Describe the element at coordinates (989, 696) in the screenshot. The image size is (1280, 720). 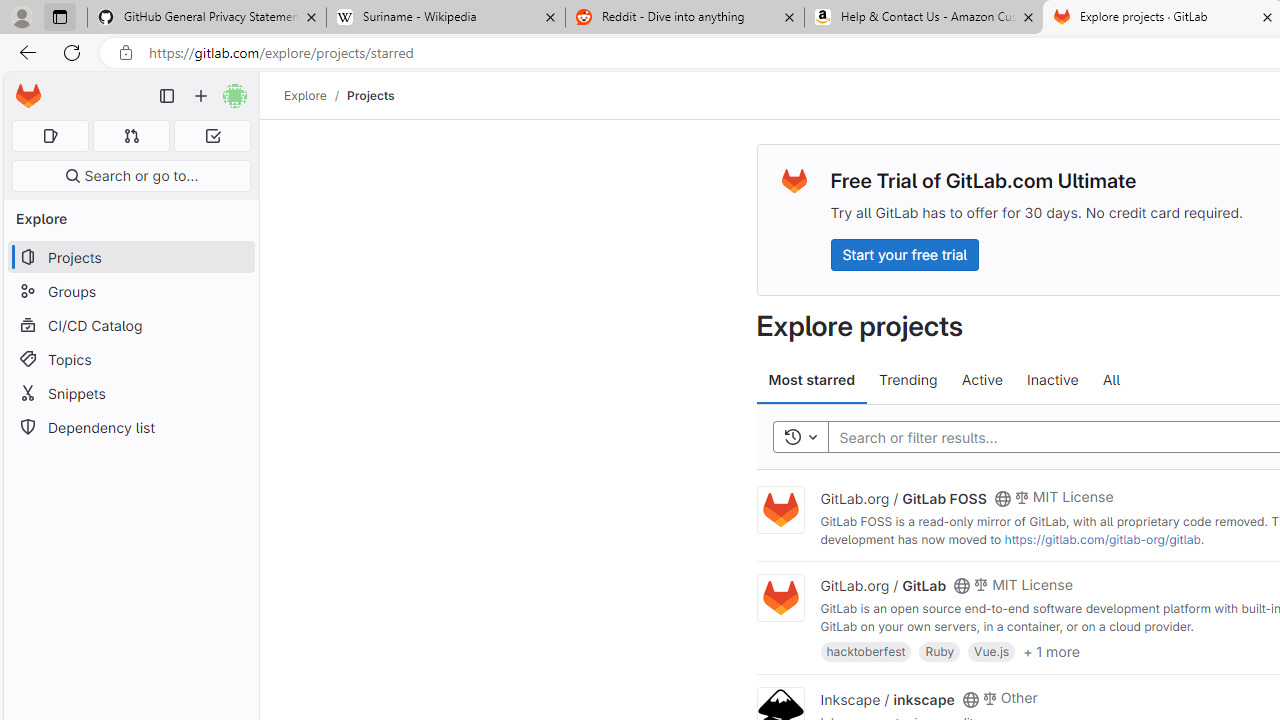
I see `'Class: s14 gl-mr-2'` at that location.